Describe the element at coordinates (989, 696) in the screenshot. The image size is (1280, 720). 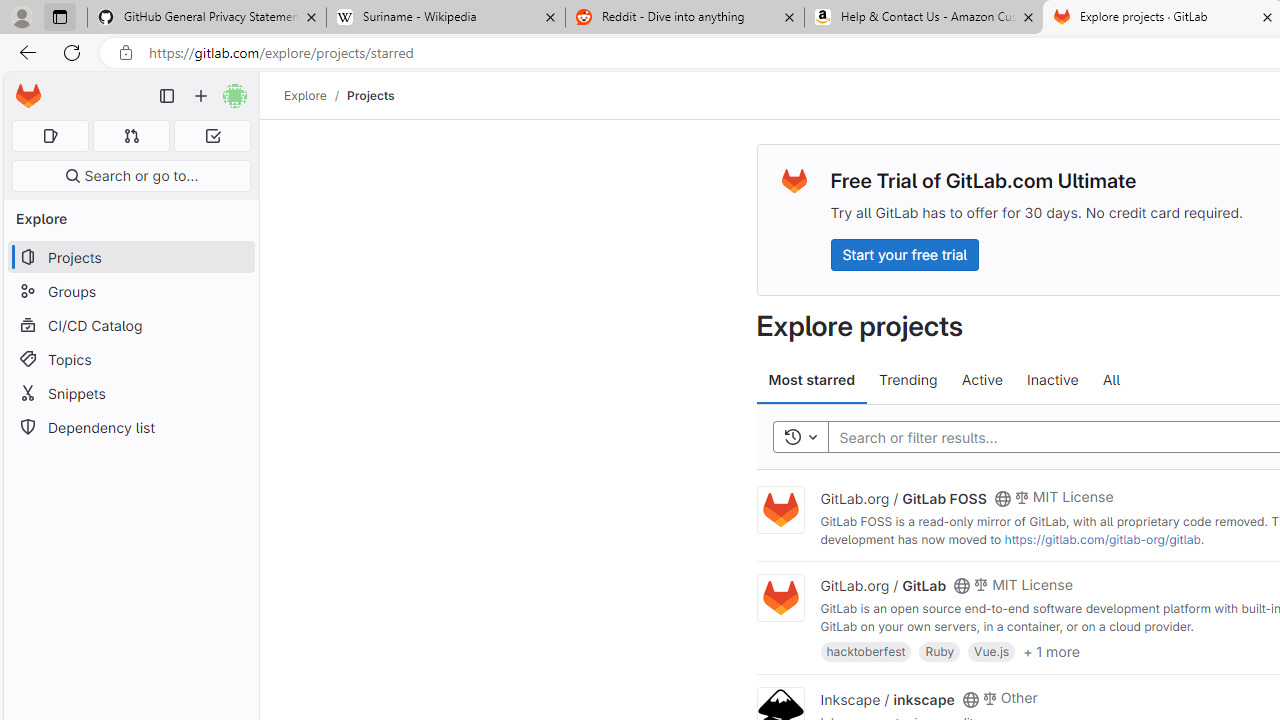
I see `'Class: s14 gl-mr-2'` at that location.